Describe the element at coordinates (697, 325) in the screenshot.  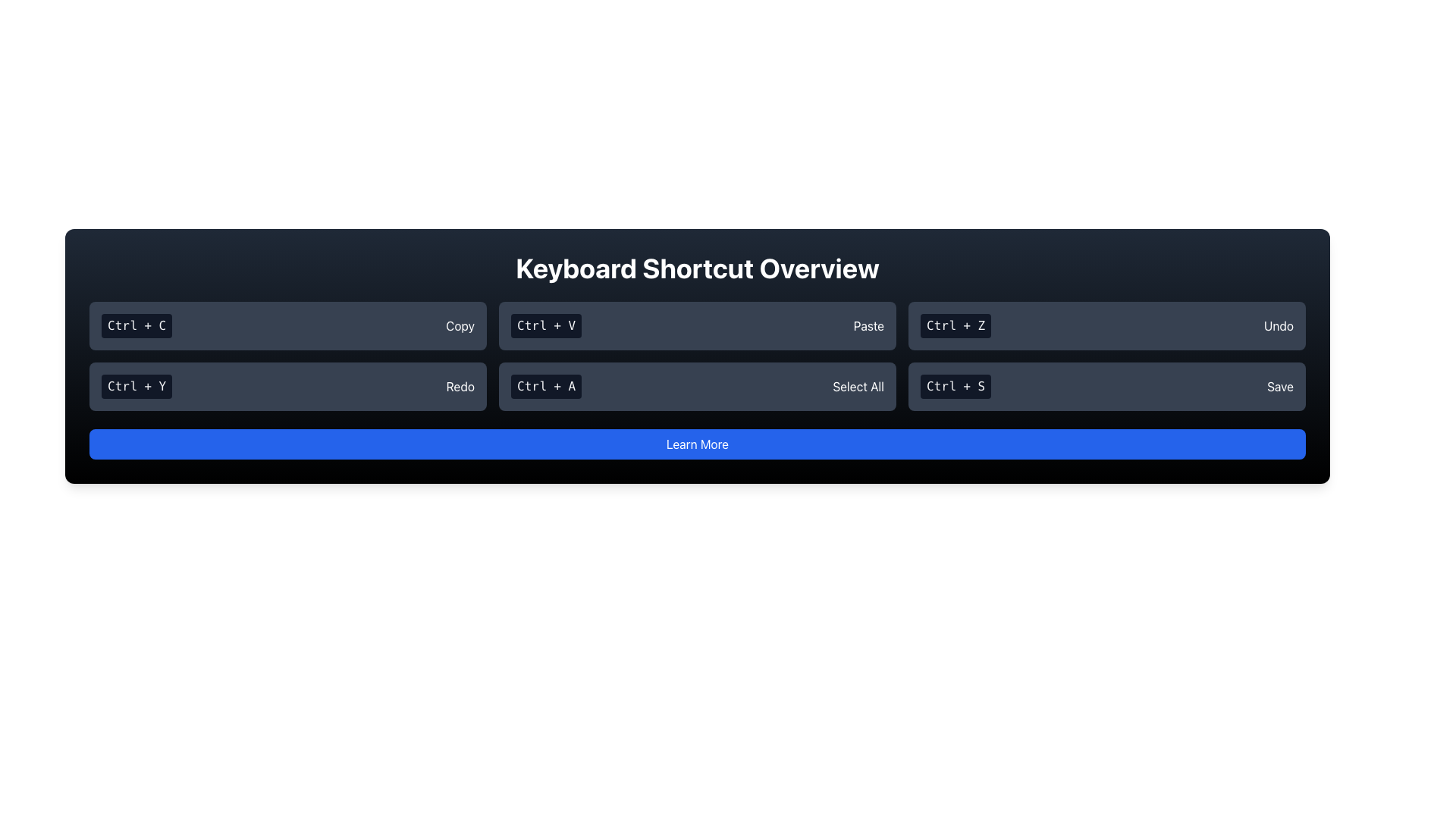
I see `the 'Paste' button, which displays the keyboard shortcut 'Ctrl + V' and is located between the 'Copy' and 'Undo' buttons in the first row of the shortcut button grid` at that location.